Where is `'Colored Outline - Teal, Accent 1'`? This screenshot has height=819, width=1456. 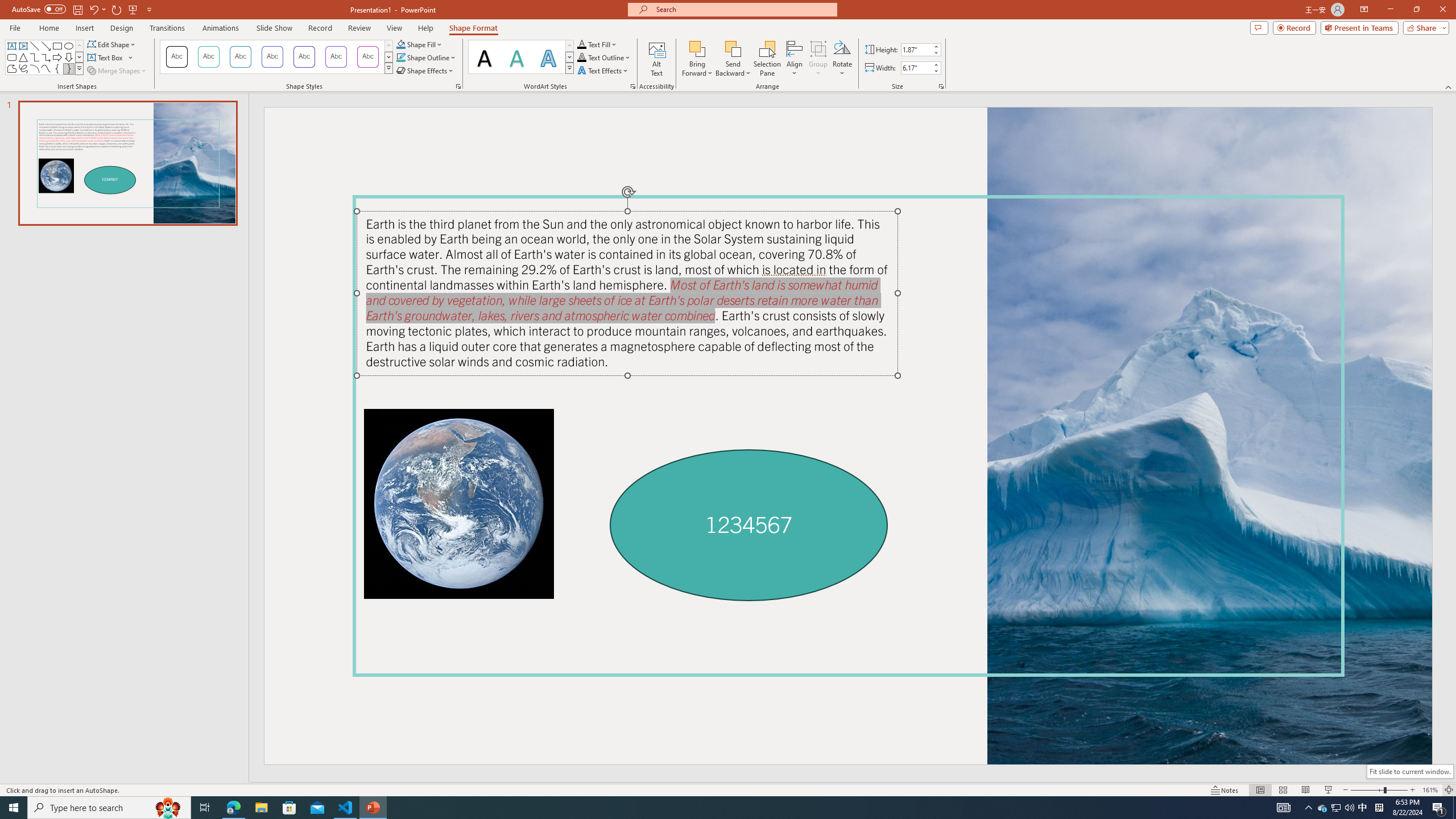
'Colored Outline - Teal, Accent 1' is located at coordinates (208, 56).